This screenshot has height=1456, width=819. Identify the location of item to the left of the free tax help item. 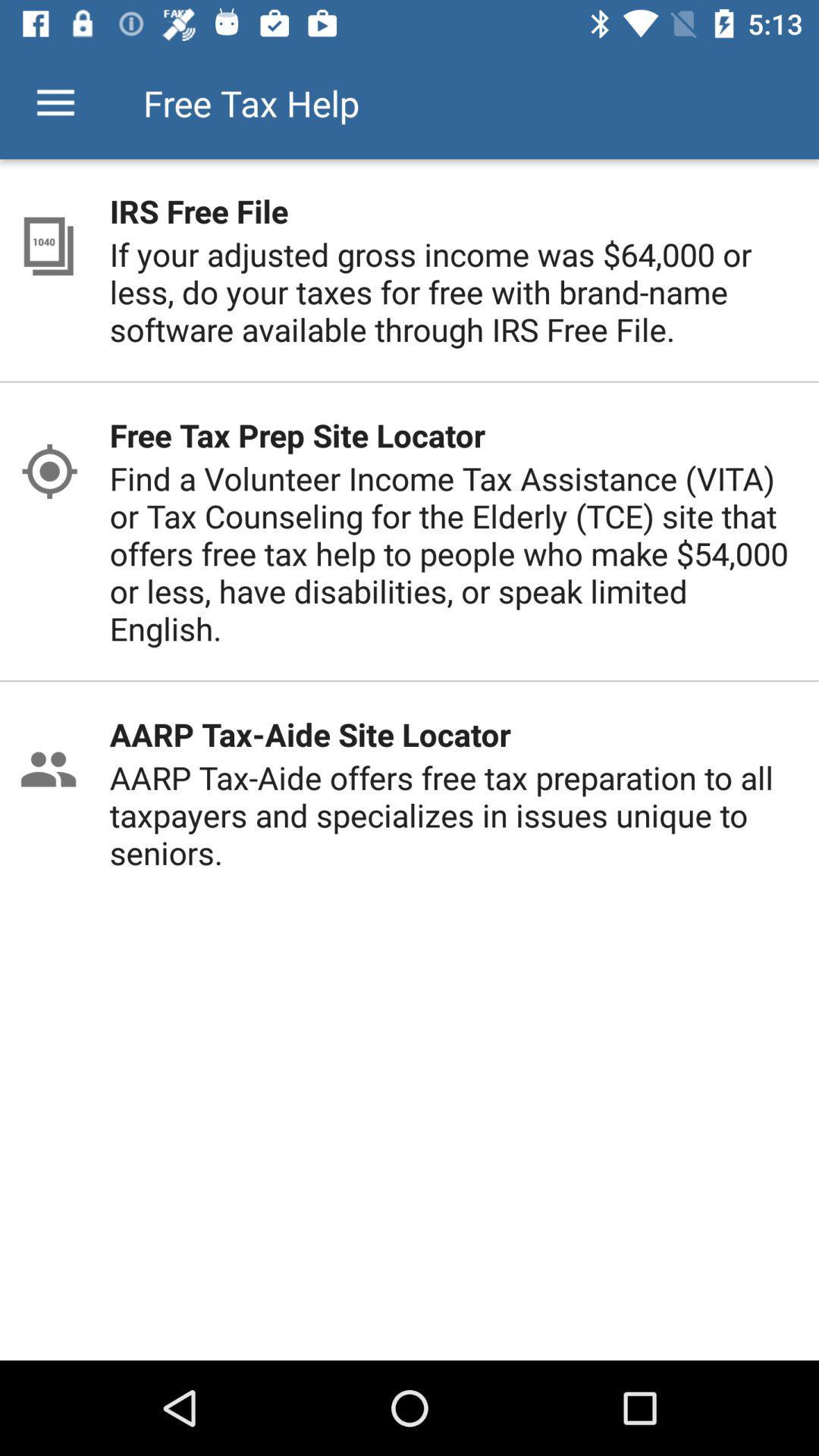
(55, 102).